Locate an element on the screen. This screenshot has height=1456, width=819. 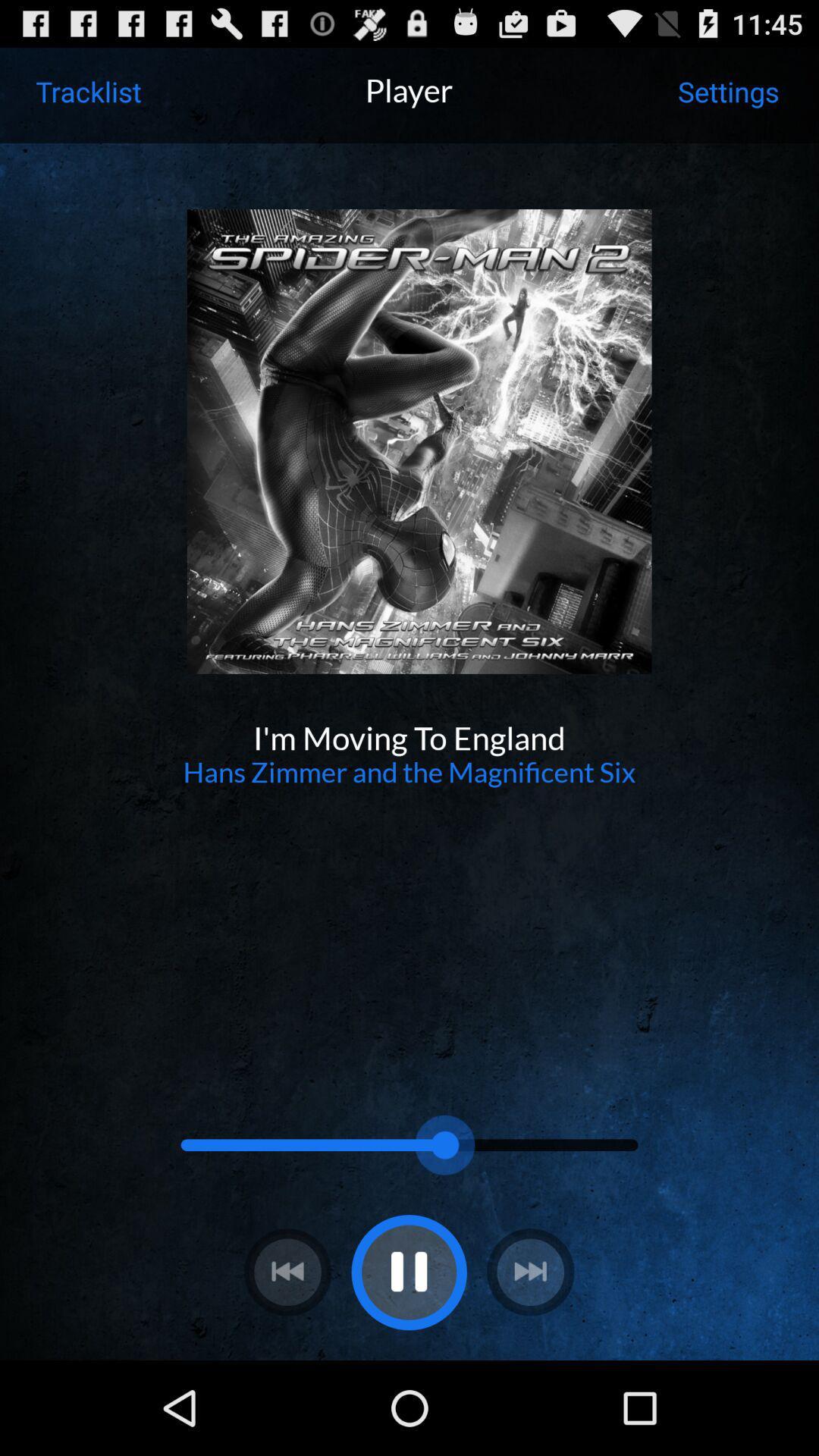
pause music is located at coordinates (408, 1272).